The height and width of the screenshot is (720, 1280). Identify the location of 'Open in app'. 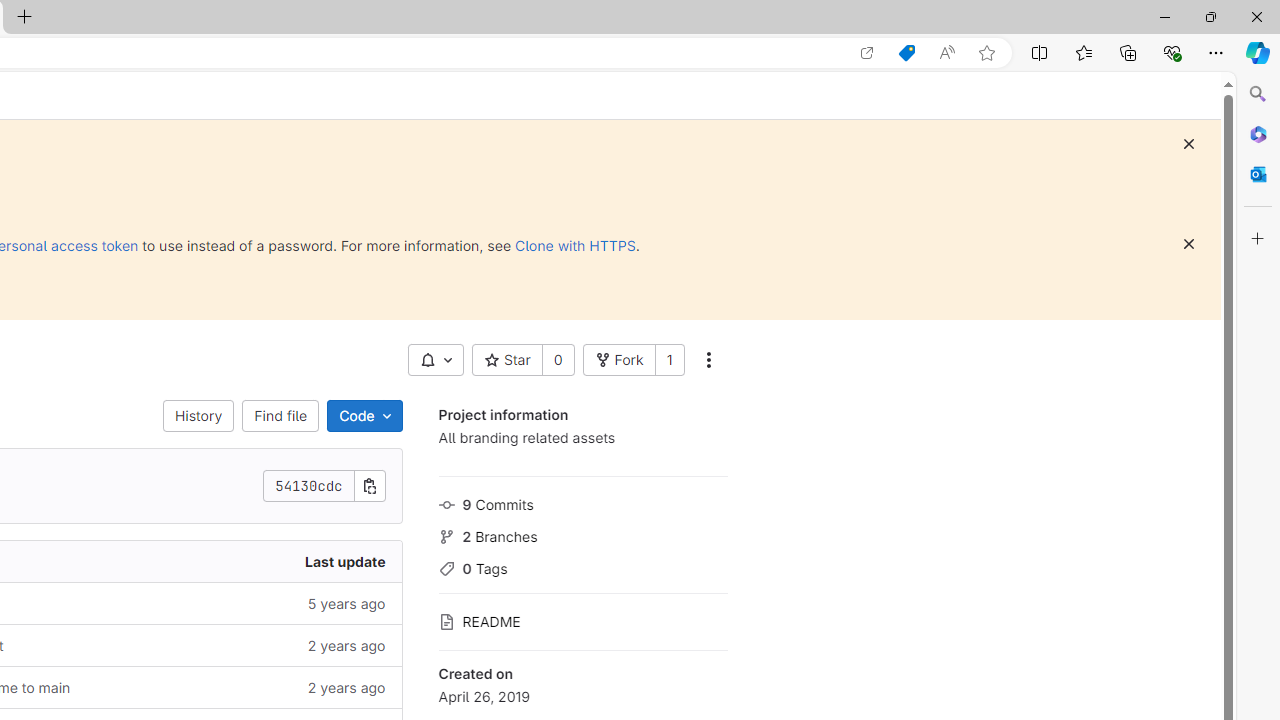
(867, 52).